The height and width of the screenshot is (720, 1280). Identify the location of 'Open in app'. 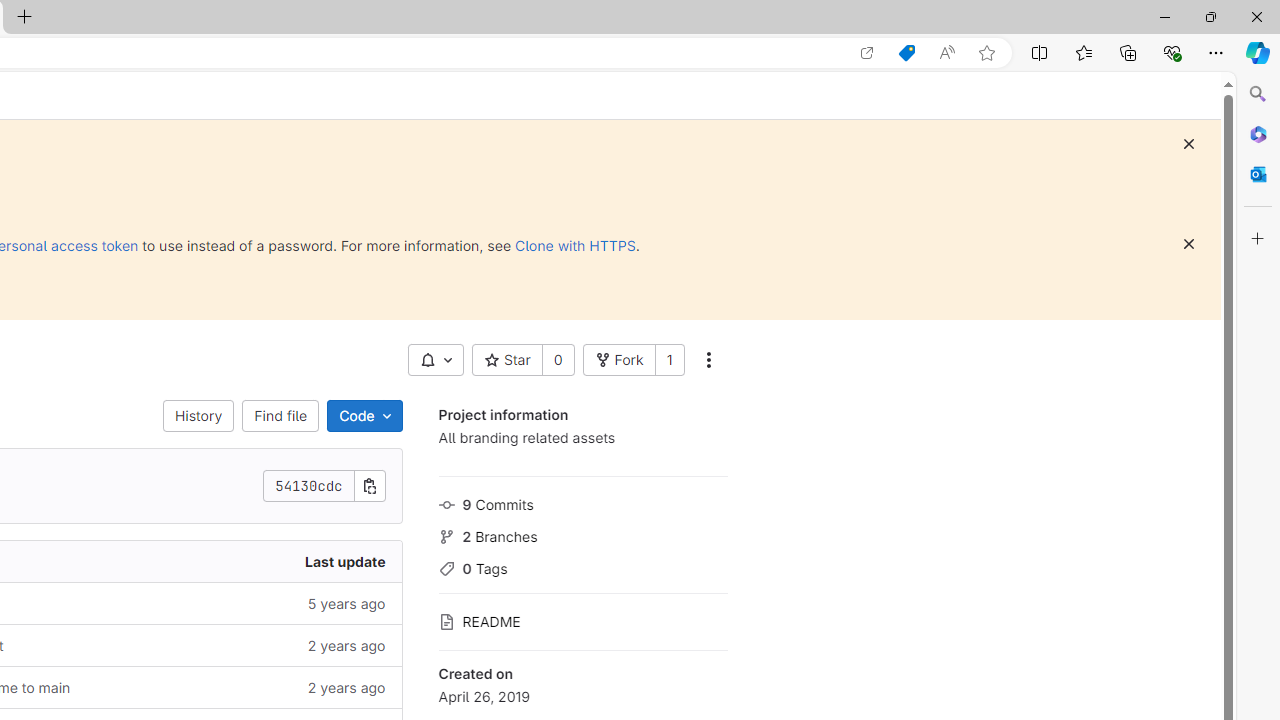
(867, 52).